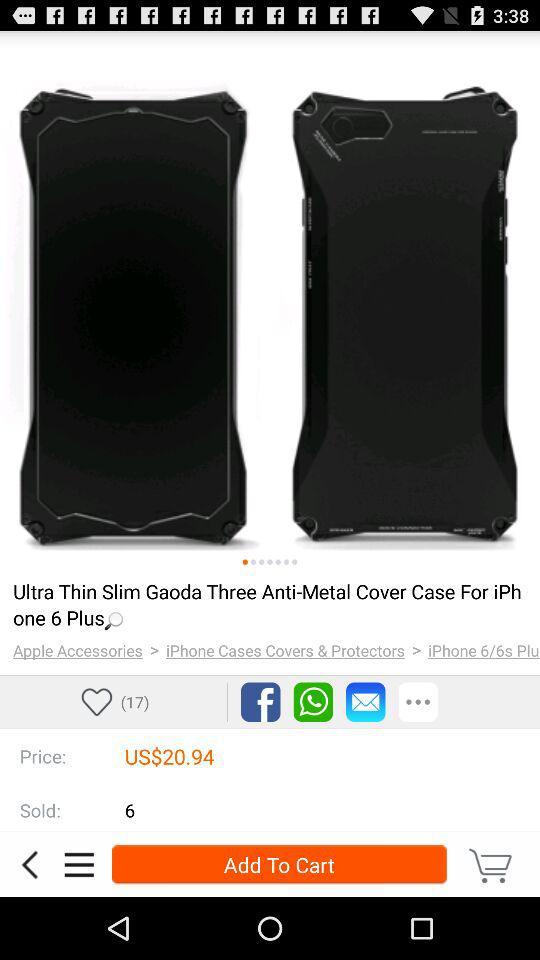 Image resolution: width=540 pixels, height=960 pixels. What do you see at coordinates (261, 562) in the screenshot?
I see `switch to additional products` at bounding box center [261, 562].